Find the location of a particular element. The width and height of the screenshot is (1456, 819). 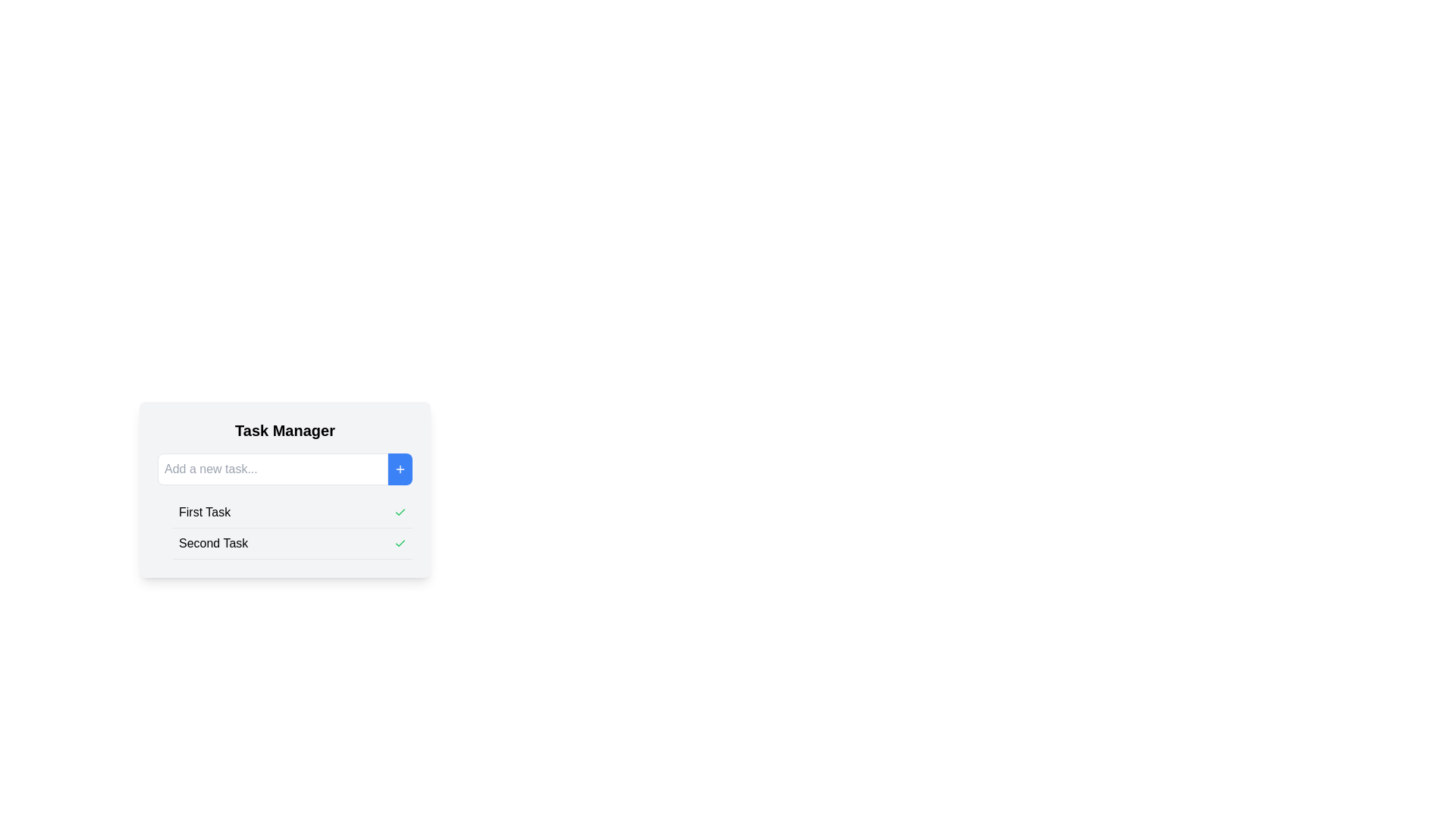

the completion icon located on the far right side of the 'First Task' entry in the task list is located at coordinates (400, 512).